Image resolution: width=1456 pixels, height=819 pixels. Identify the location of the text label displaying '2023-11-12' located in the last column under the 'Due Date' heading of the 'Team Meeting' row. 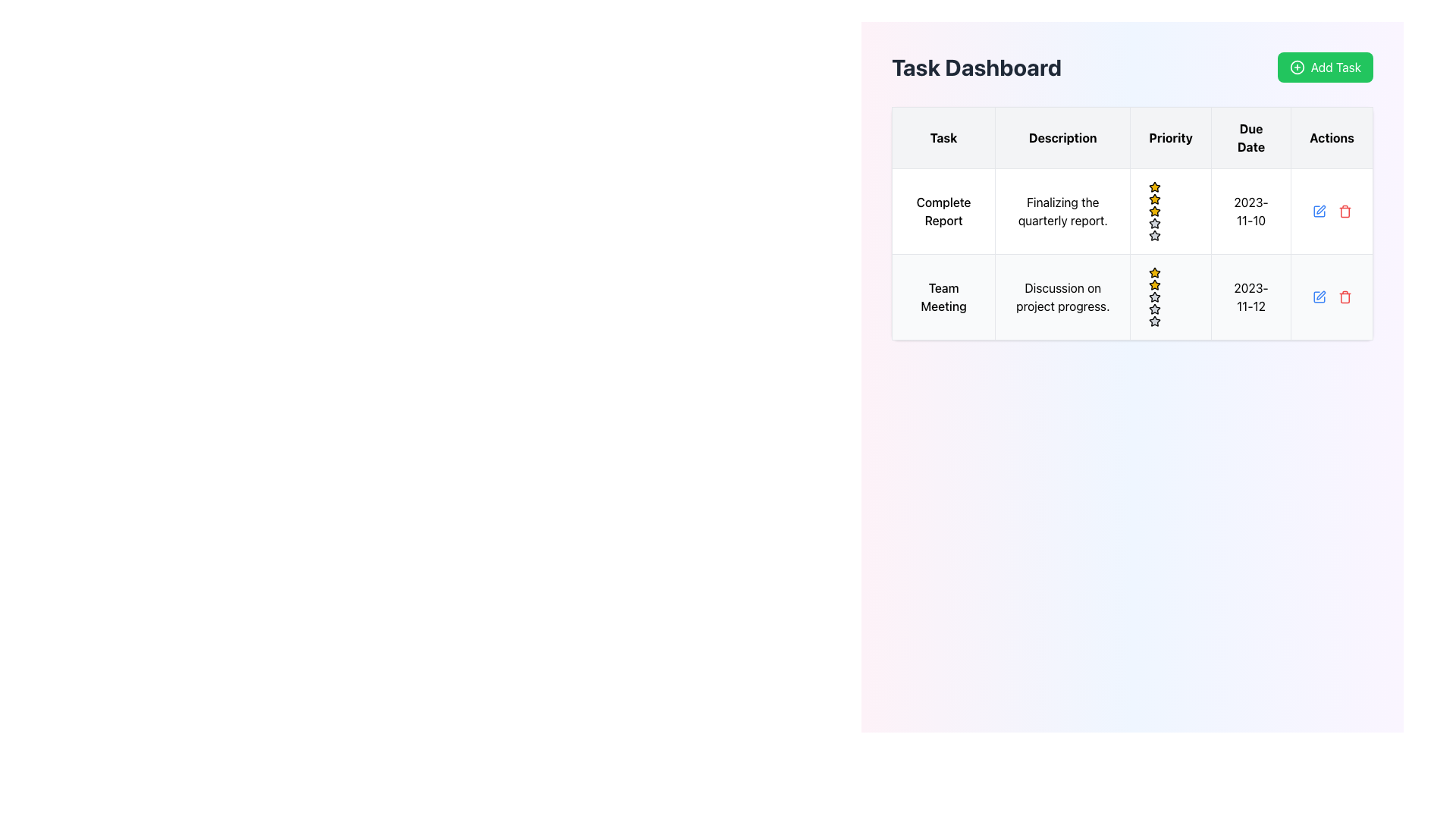
(1251, 297).